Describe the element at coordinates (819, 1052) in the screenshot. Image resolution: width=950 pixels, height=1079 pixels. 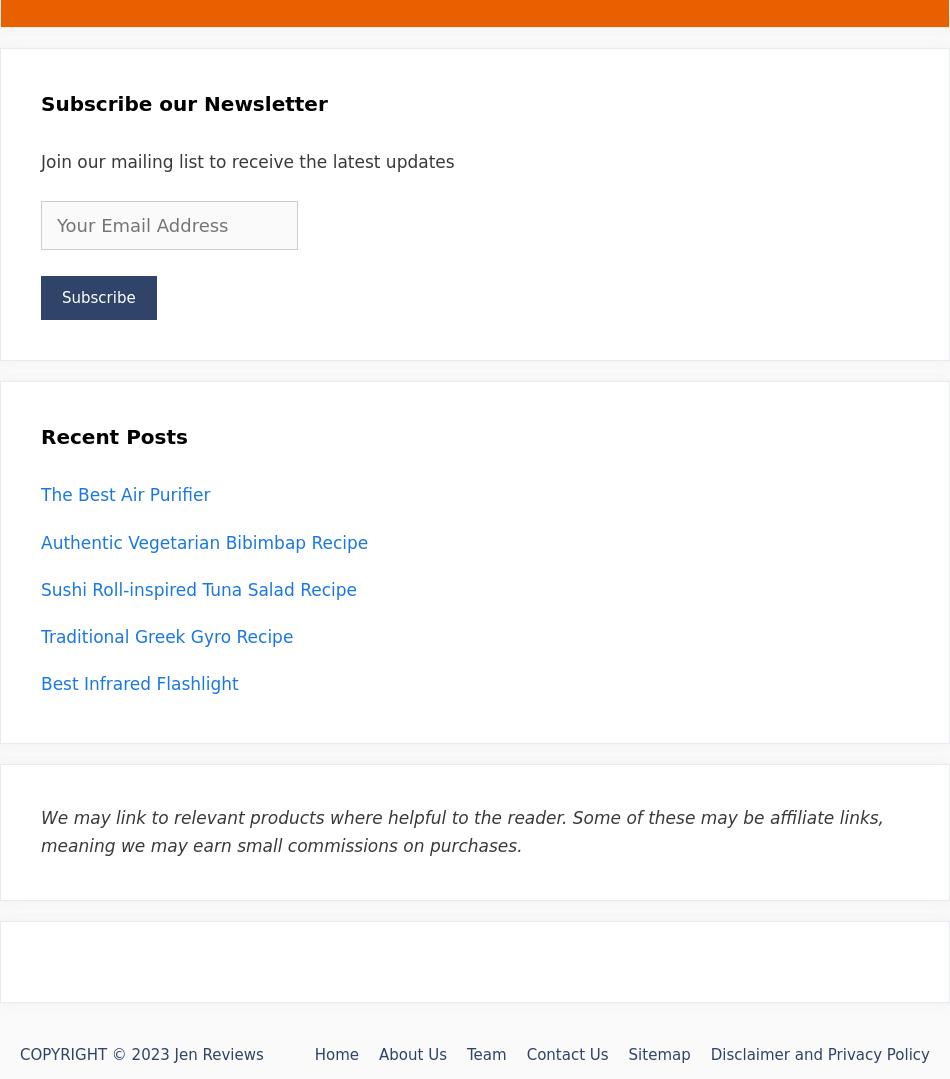
I see `'Disclaimer and Privacy Policy'` at that location.